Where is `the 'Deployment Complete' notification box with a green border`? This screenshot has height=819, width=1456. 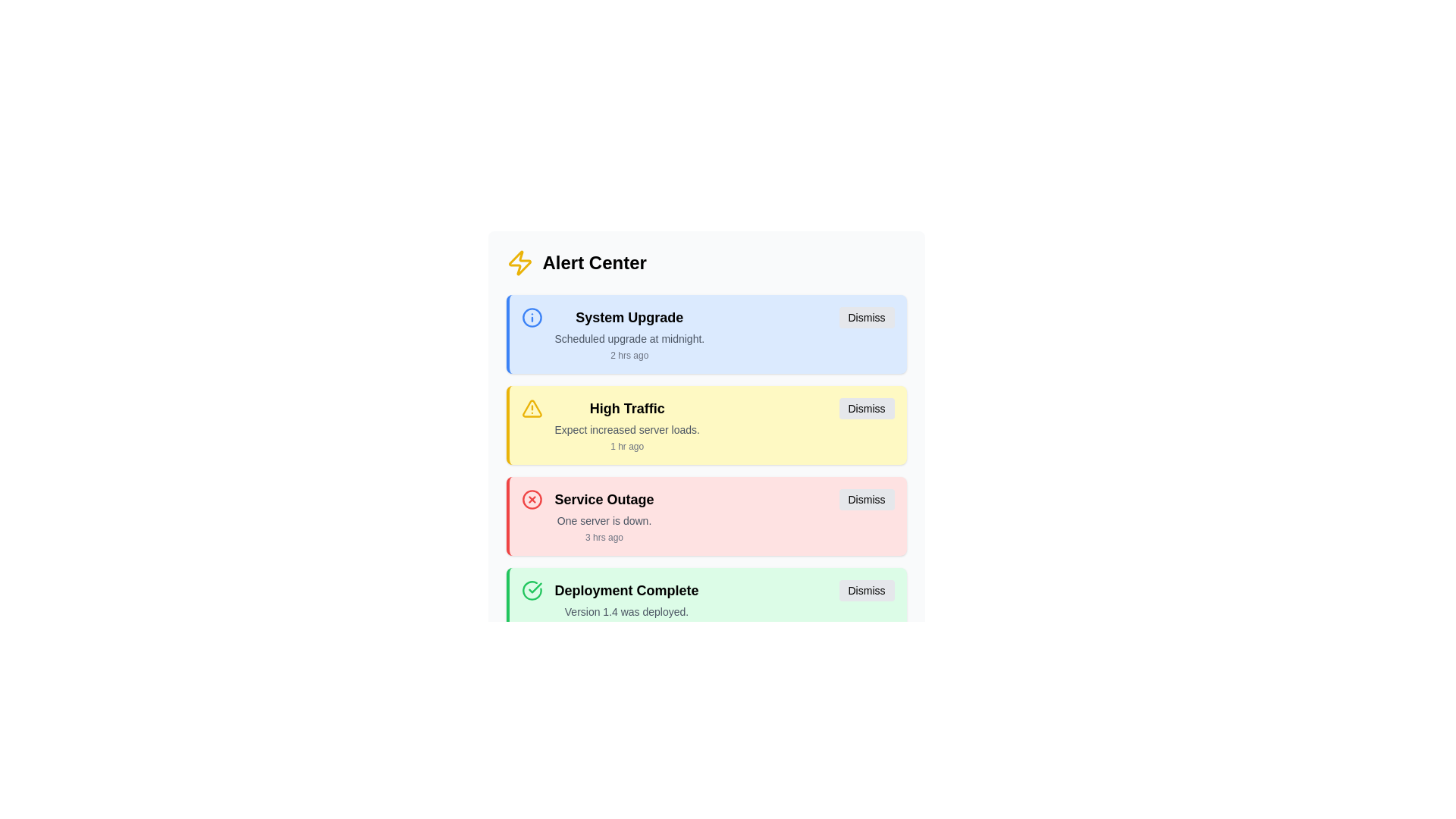 the 'Deployment Complete' notification box with a green border is located at coordinates (705, 607).